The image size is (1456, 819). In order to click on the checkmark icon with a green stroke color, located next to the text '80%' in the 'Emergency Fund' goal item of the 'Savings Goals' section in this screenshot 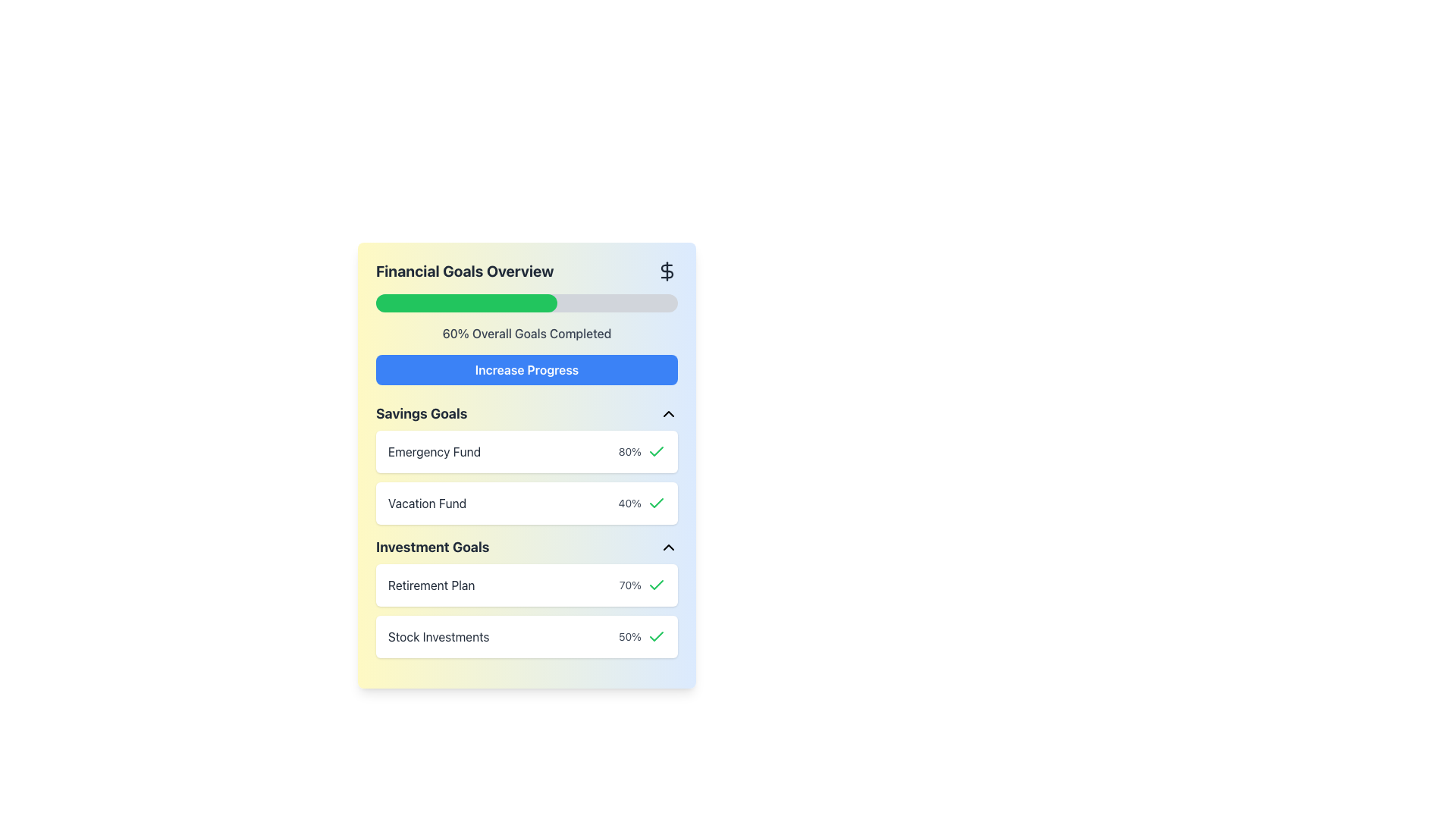, I will do `click(656, 451)`.